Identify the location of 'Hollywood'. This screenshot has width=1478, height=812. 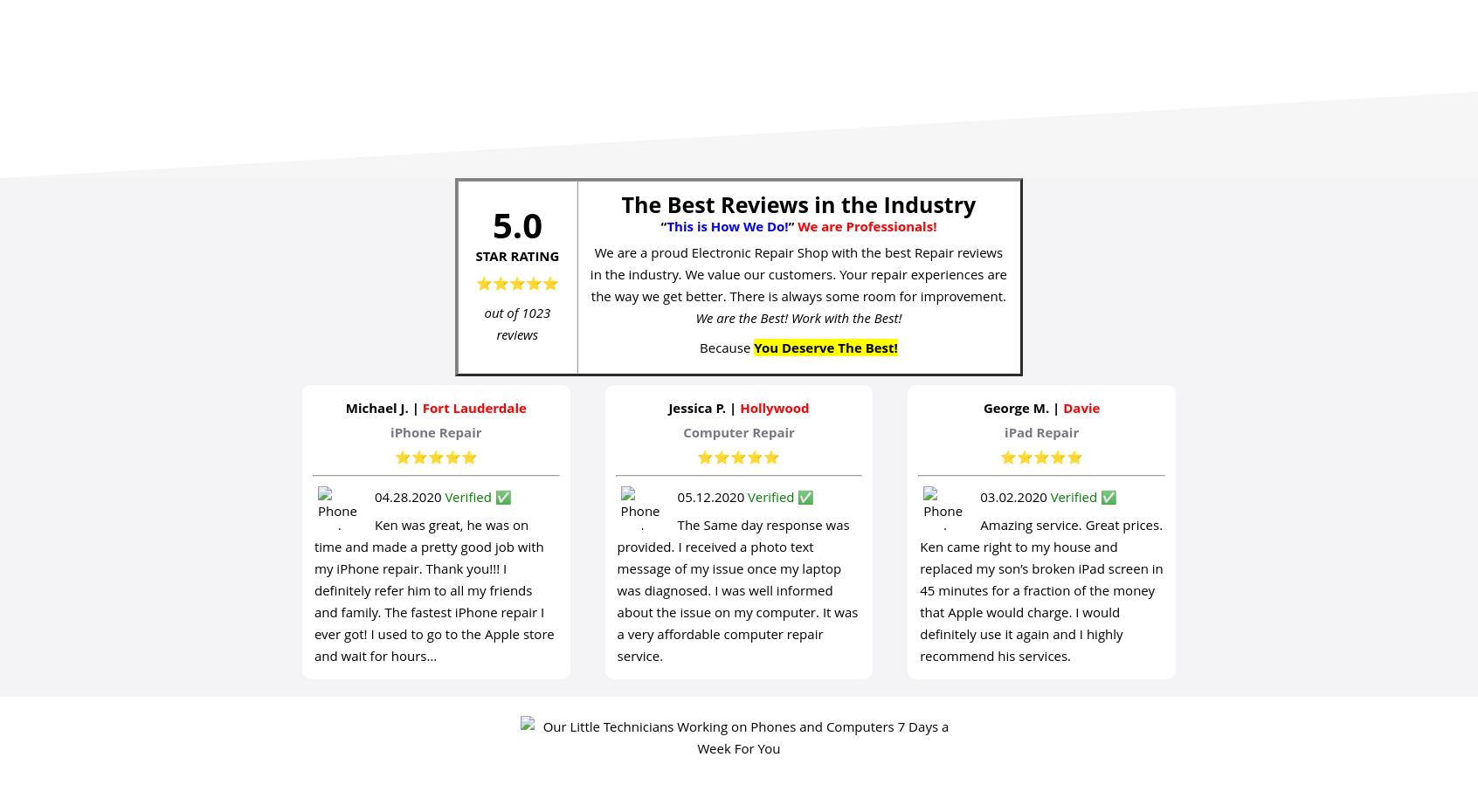
(773, 406).